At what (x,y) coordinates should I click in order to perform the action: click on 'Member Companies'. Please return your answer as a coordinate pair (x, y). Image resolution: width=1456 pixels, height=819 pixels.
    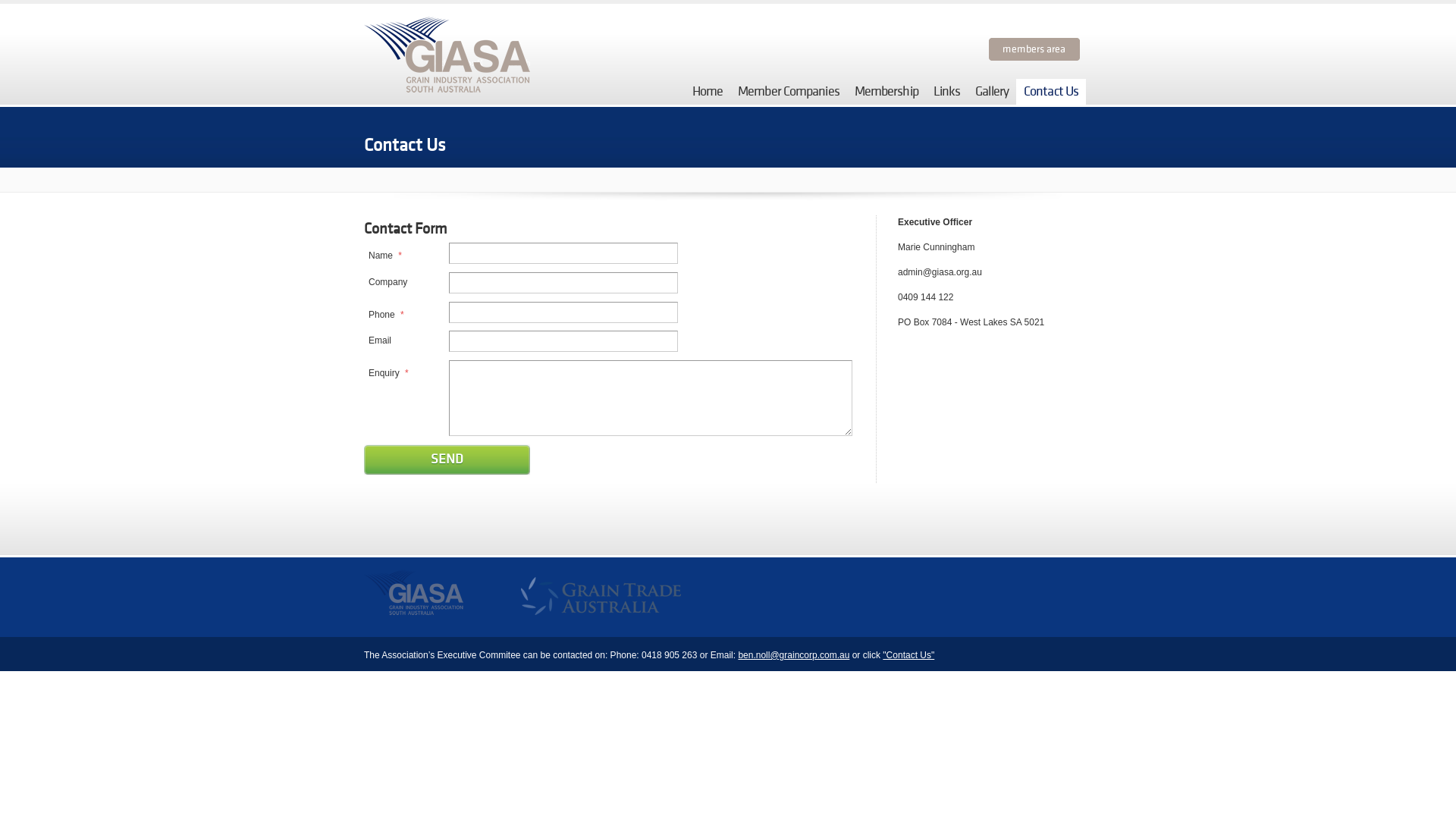
    Looking at the image, I should click on (789, 91).